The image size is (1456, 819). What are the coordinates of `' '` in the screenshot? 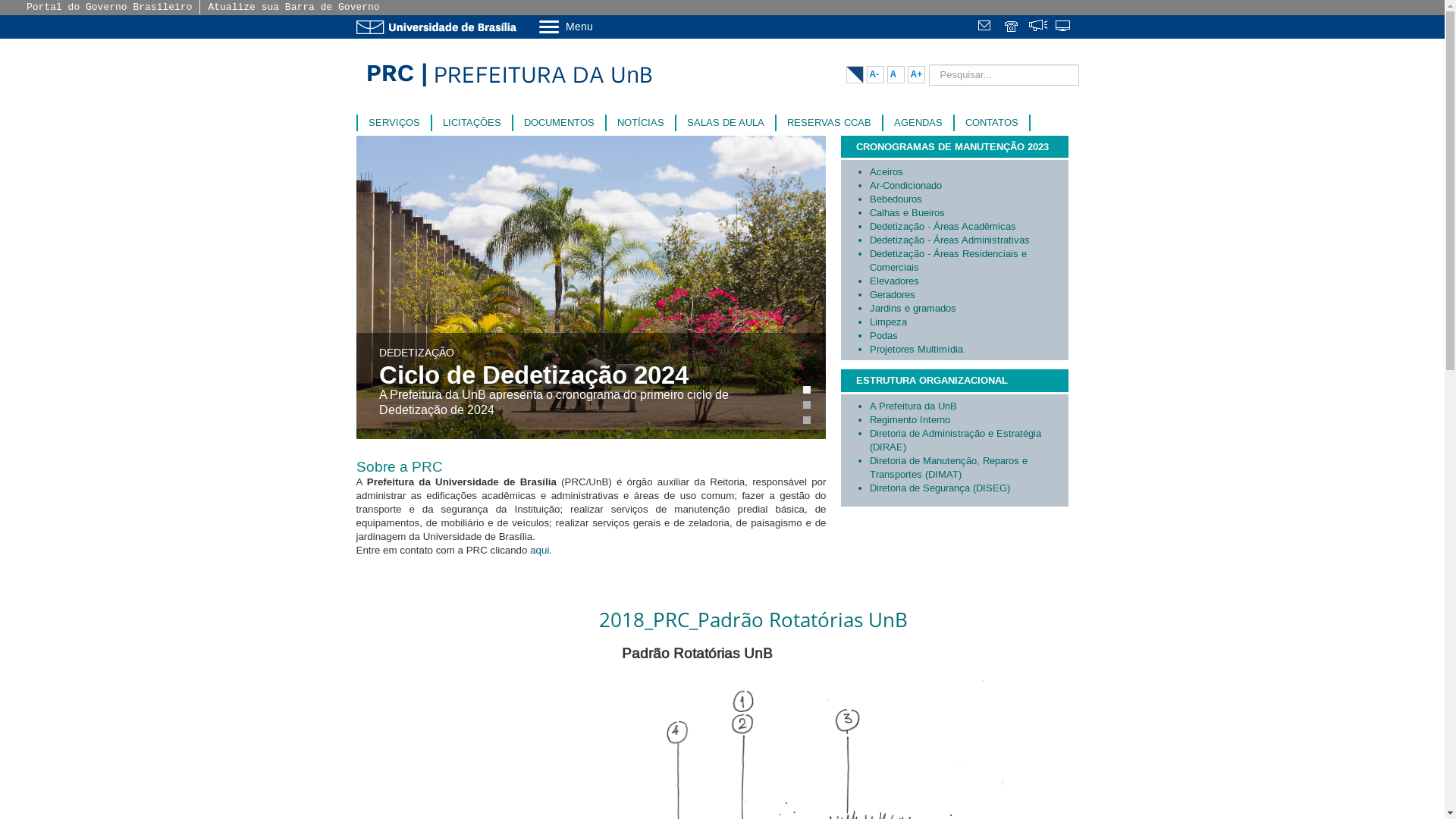 It's located at (1012, 27).